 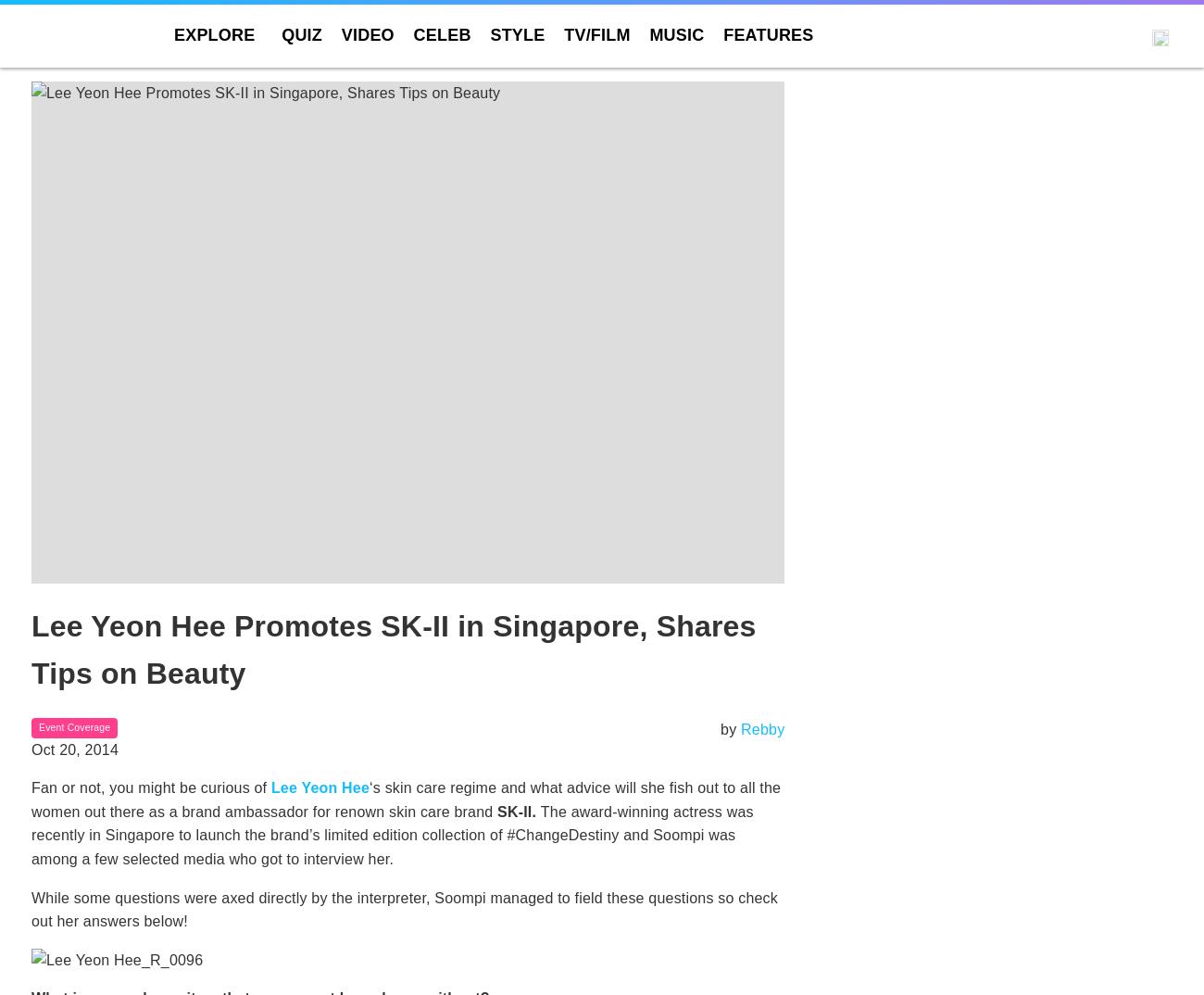 What do you see at coordinates (518, 810) in the screenshot?
I see `'SK-II.'` at bounding box center [518, 810].